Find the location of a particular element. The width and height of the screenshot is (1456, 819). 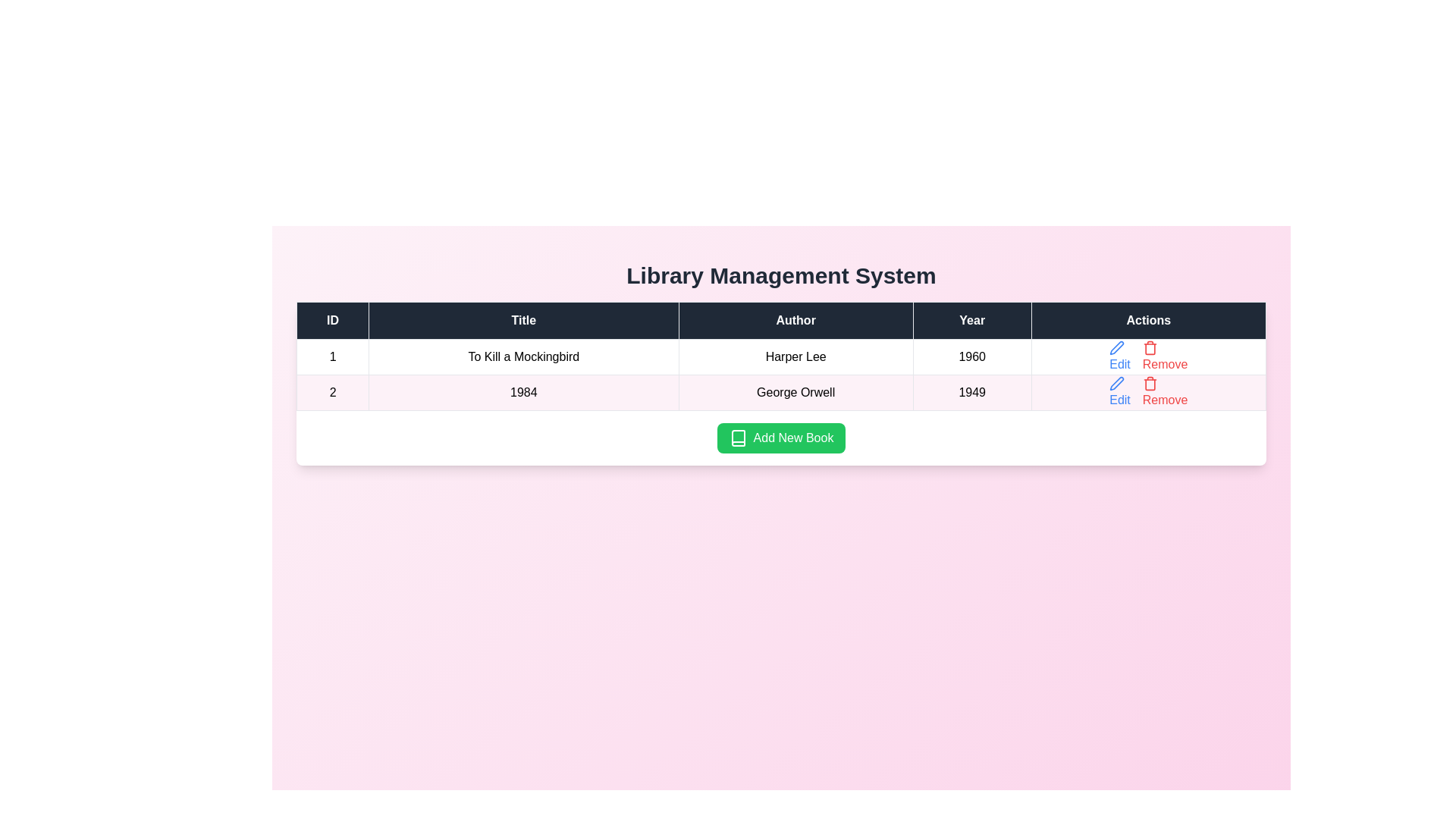

the 'Remove' icon located in the 'Actions' column of the second row in the table, next to the 'Edit' icon and to the right of the book title '1984' by George Orwell is located at coordinates (1150, 382).